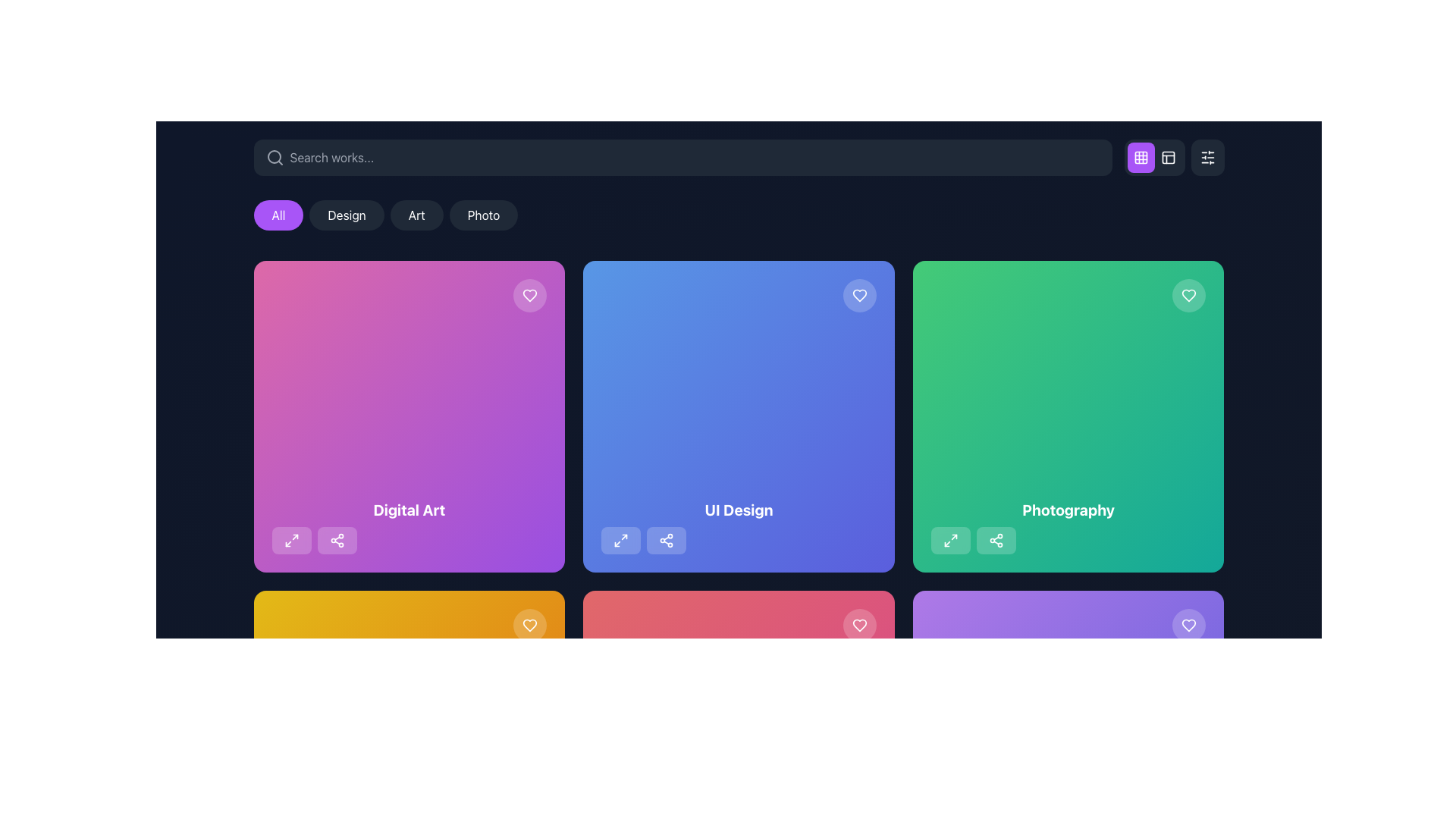 The image size is (1456, 819). What do you see at coordinates (996, 539) in the screenshot?
I see `the 'Share' button located at the bottom-right of the 'Photography' card` at bounding box center [996, 539].